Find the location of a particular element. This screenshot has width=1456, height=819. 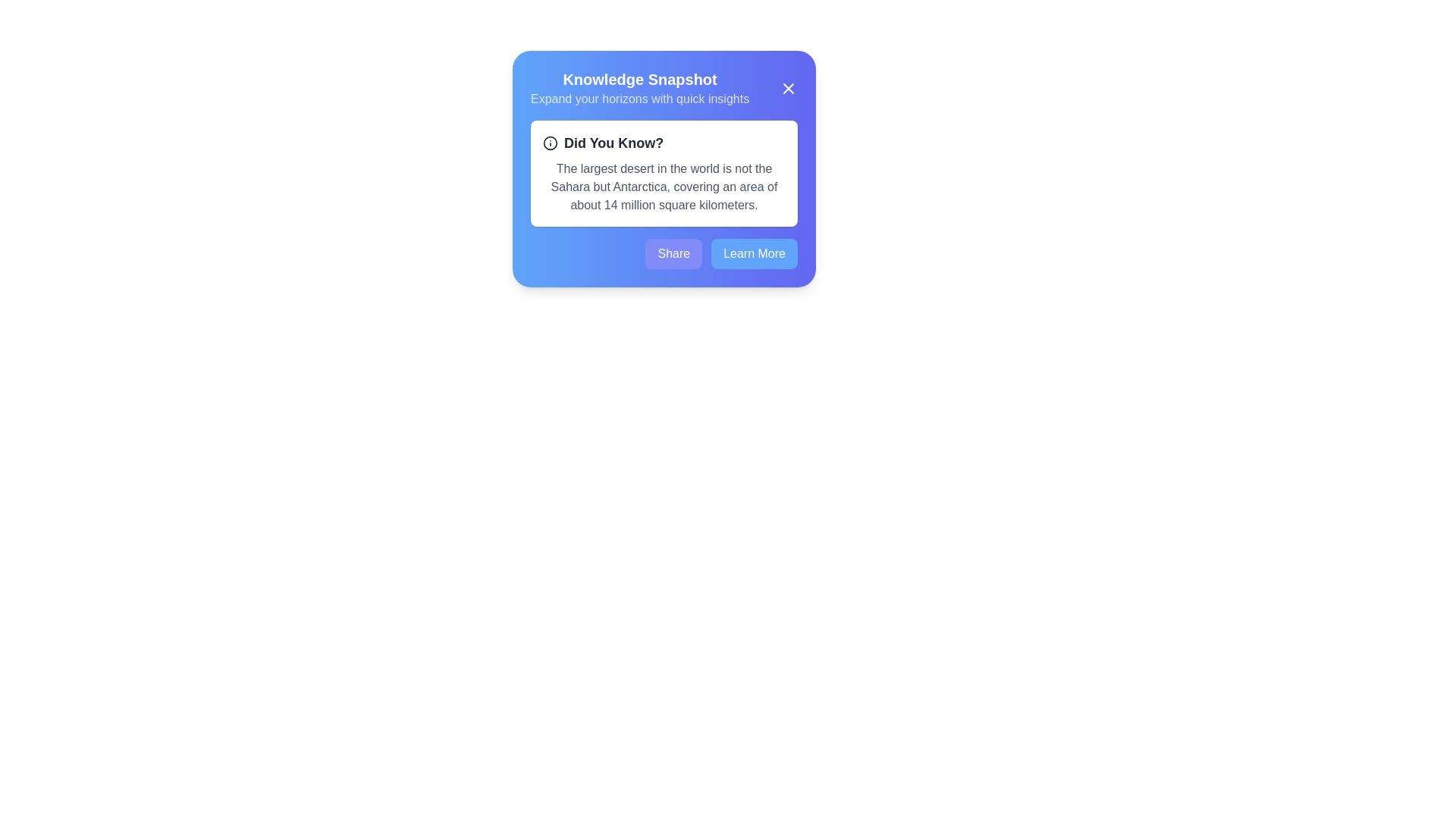

the informative text paragraph styled with a smaller gray font located beneath the bolded 'Did You Know?' prompt within the white rectangular card is located at coordinates (664, 186).